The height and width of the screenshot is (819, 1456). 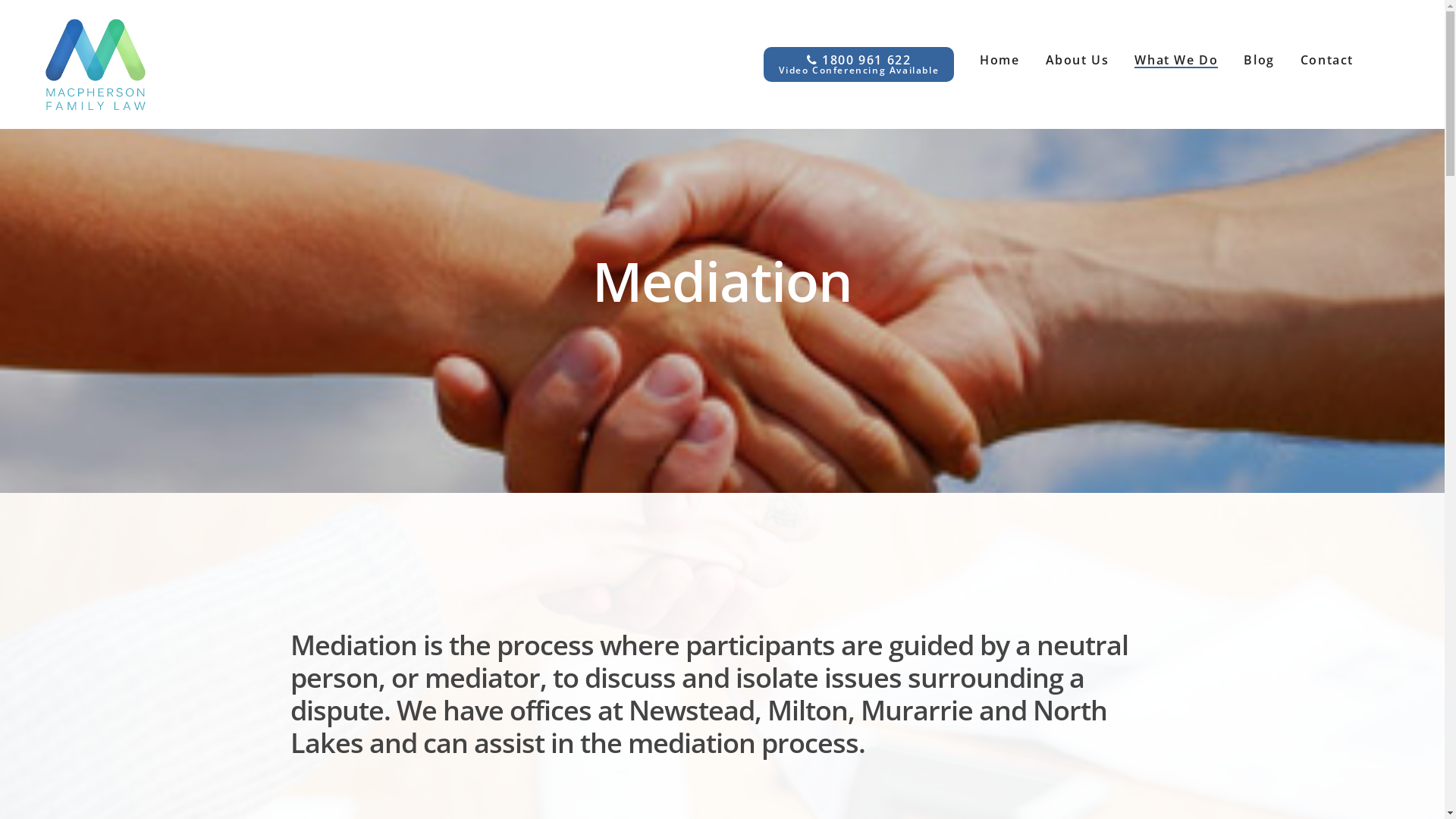 What do you see at coordinates (1259, 58) in the screenshot?
I see `'Blog'` at bounding box center [1259, 58].